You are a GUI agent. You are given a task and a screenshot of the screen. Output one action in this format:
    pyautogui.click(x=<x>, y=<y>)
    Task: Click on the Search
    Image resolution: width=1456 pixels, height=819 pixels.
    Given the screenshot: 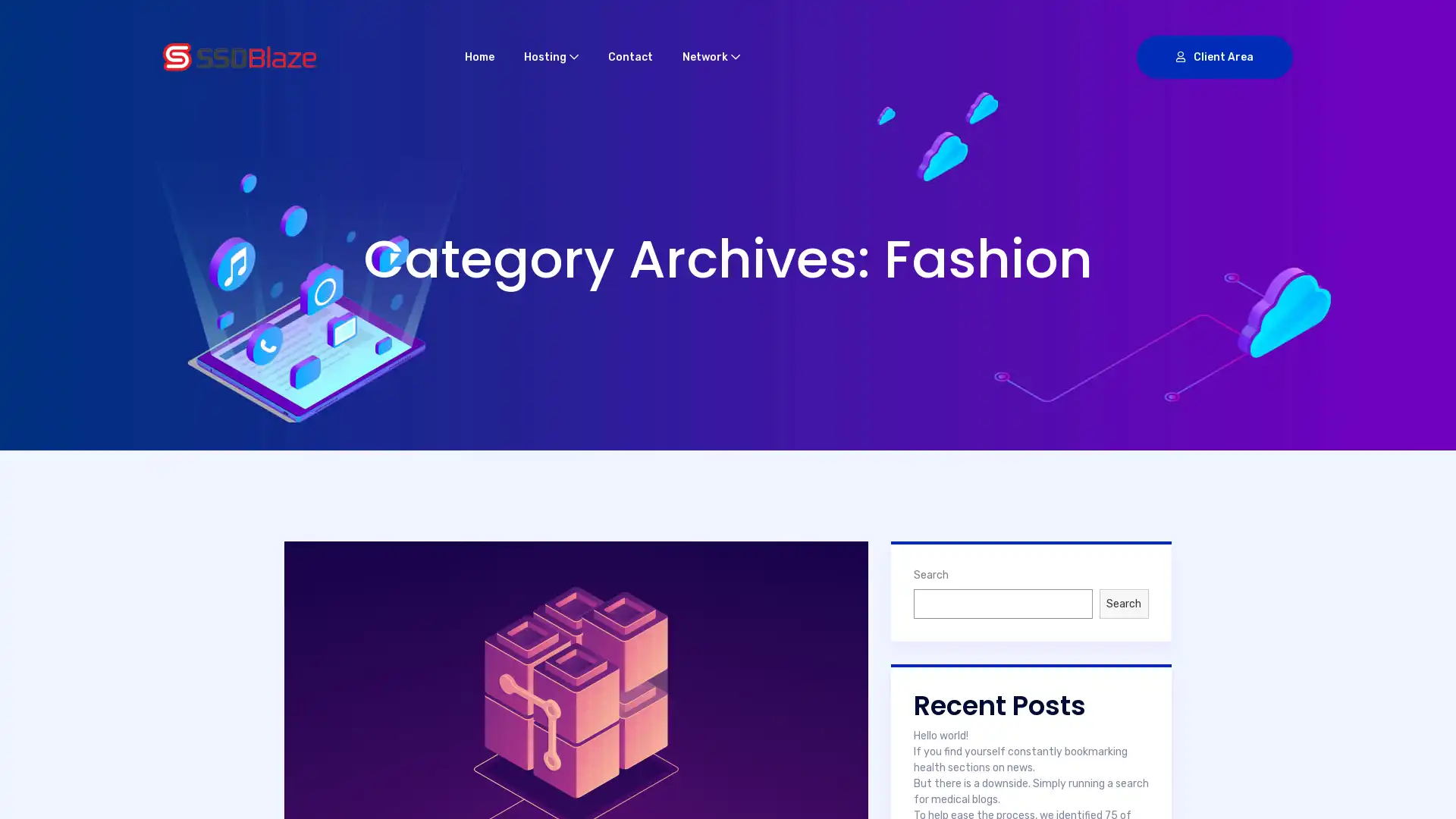 What is the action you would take?
    pyautogui.click(x=1124, y=603)
    